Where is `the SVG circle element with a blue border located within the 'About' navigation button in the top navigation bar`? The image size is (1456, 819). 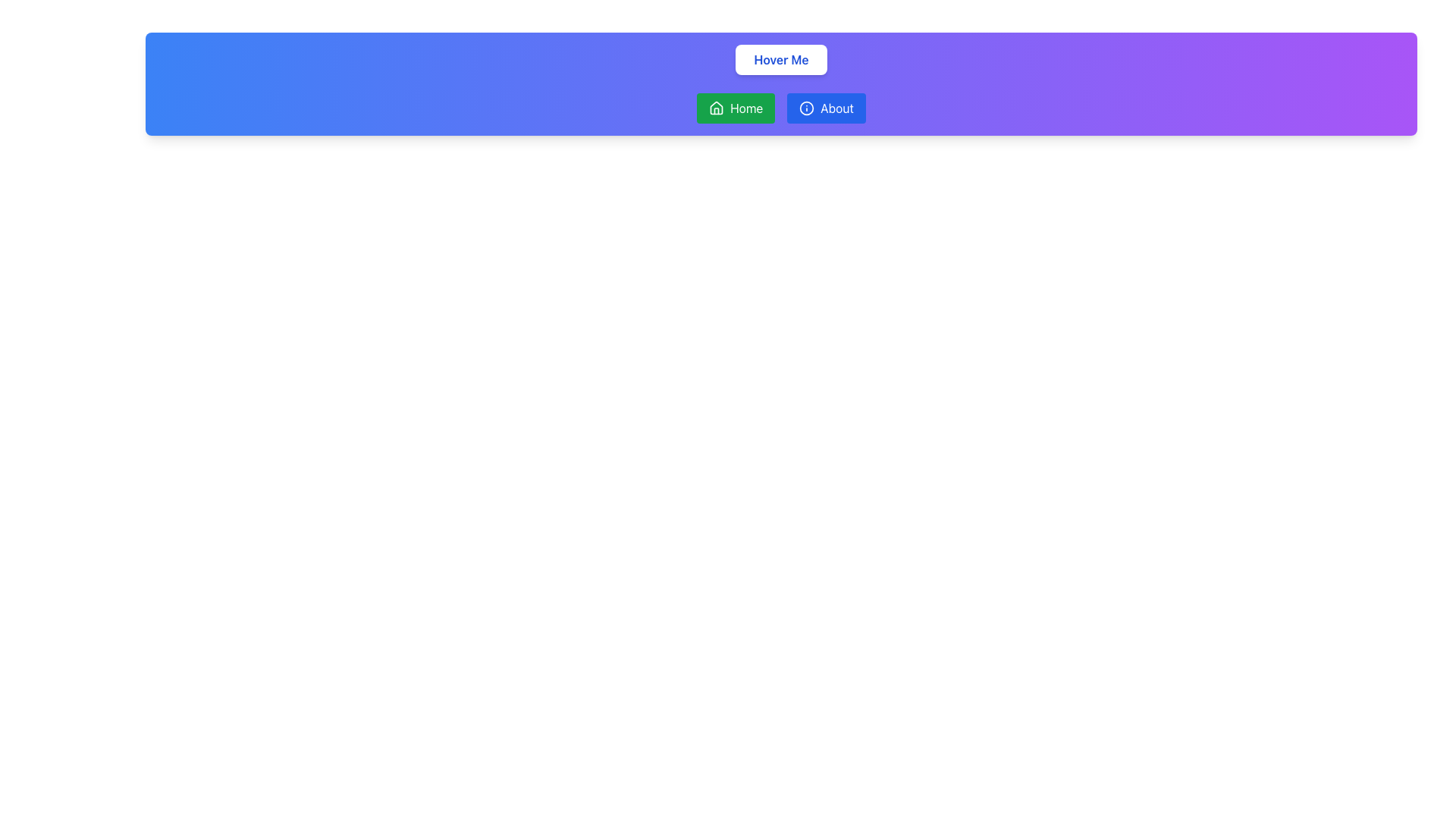
the SVG circle element with a blue border located within the 'About' navigation button in the top navigation bar is located at coordinates (806, 107).